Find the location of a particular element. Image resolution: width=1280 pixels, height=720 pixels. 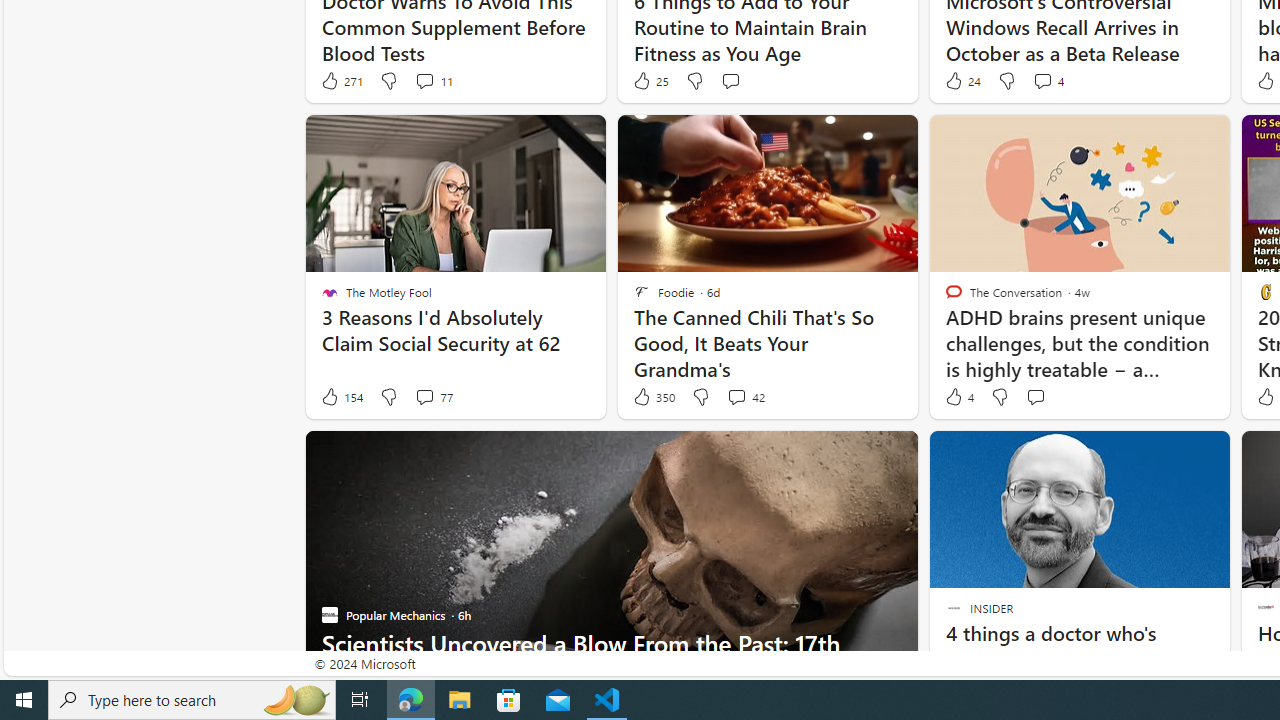

'View comments 42 Comment' is located at coordinates (735, 397).